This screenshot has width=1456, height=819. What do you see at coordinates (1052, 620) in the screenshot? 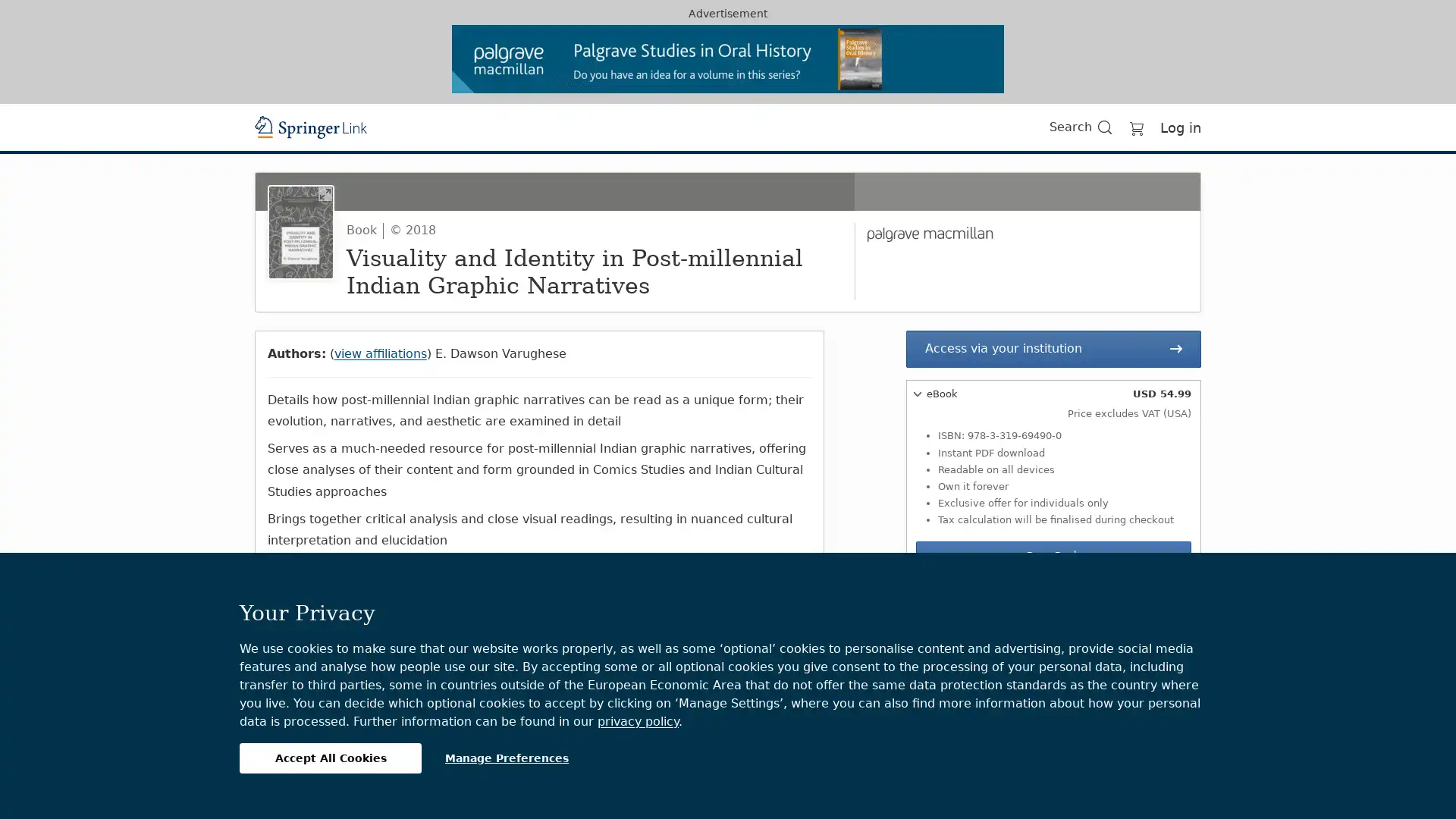
I see `Hardcover Book USD 69.99` at bounding box center [1052, 620].